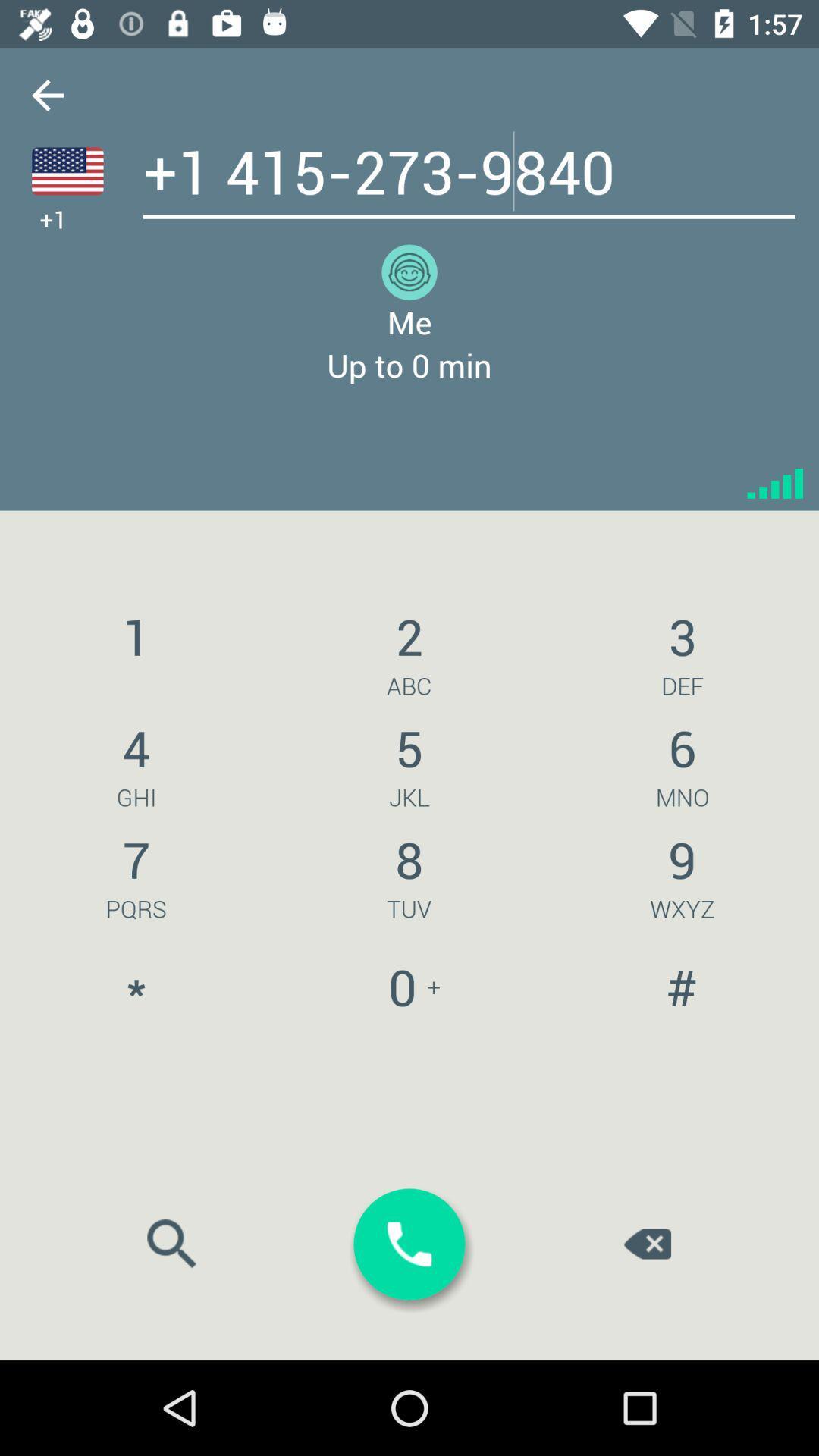  I want to click on call button, so click(409, 1244).